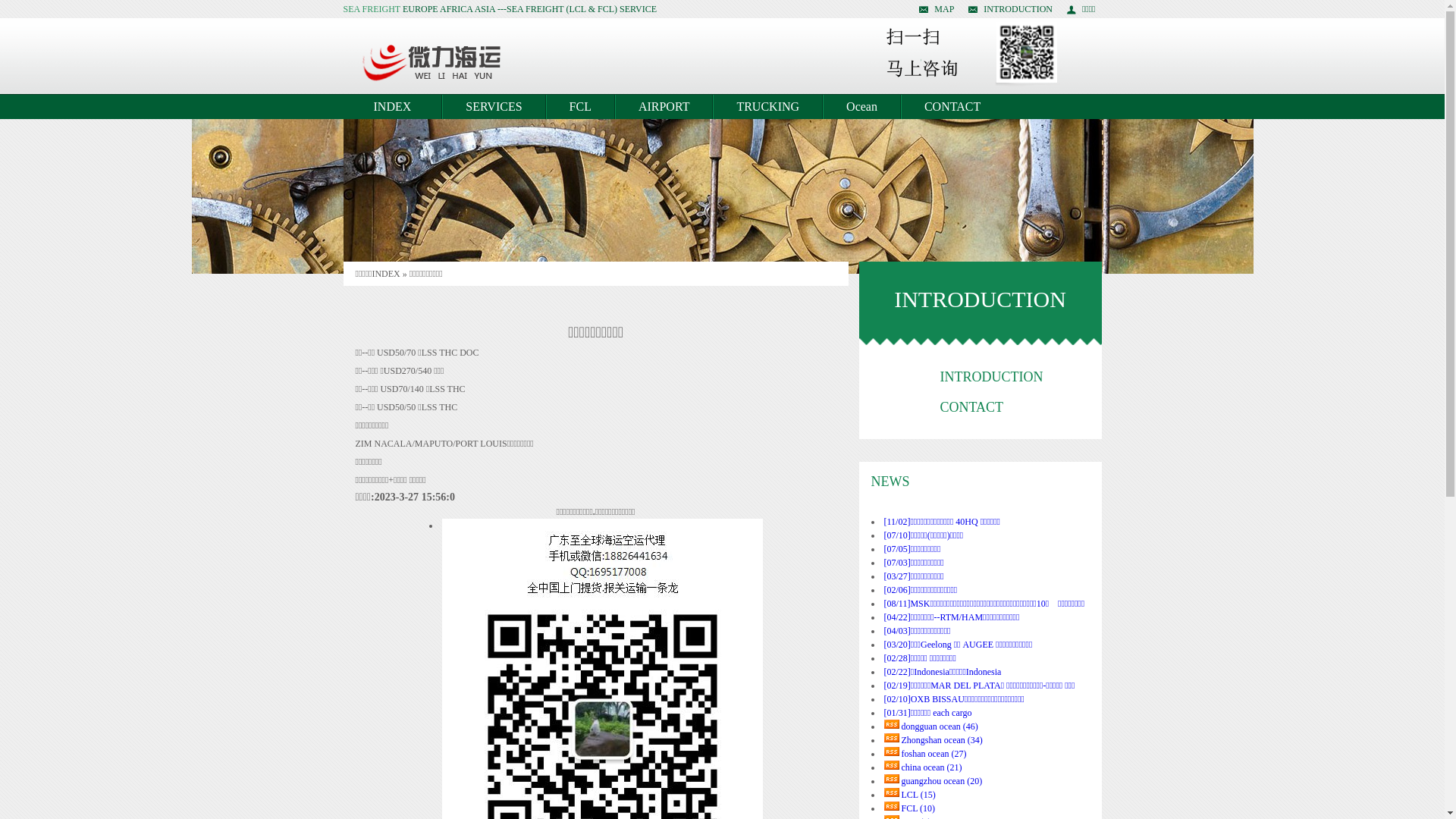  What do you see at coordinates (1010, 8) in the screenshot?
I see `'INTRODUCTION'` at bounding box center [1010, 8].